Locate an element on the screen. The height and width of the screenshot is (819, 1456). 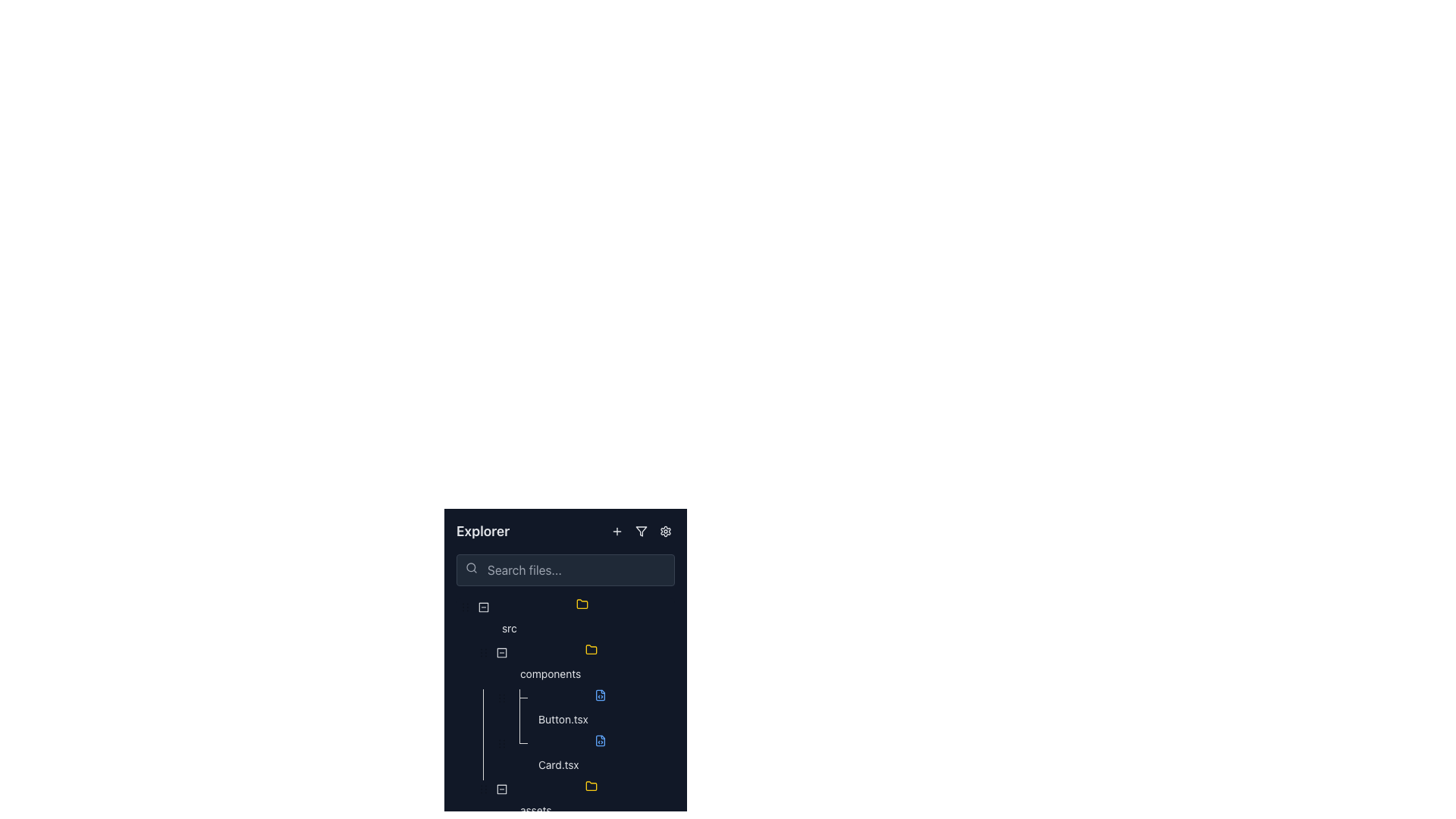
the Draggable Icon, which consists of two vertically-aligned dots located next is located at coordinates (465, 607).